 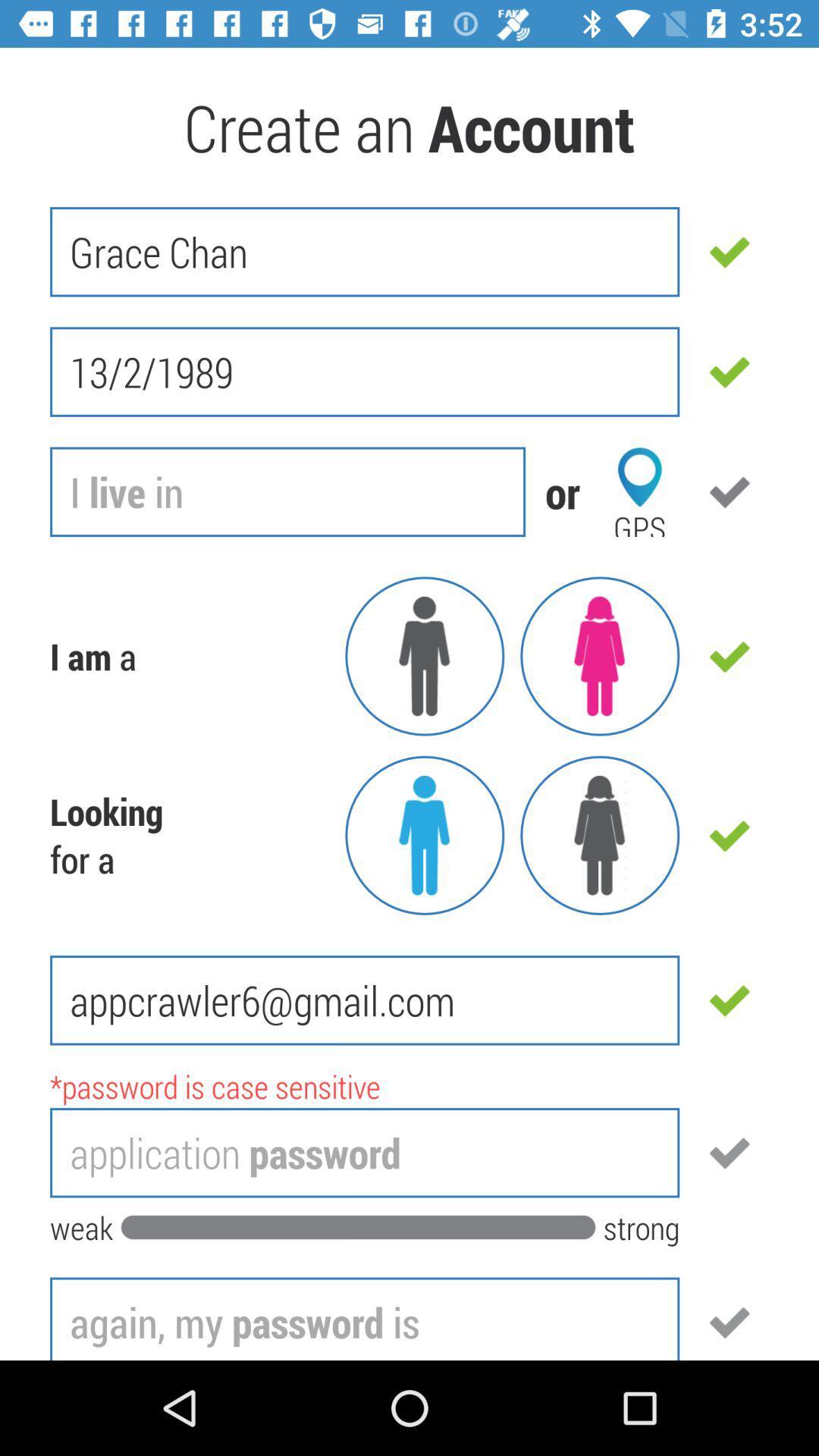 What do you see at coordinates (365, 1000) in the screenshot?
I see `the icon above the password is case item` at bounding box center [365, 1000].